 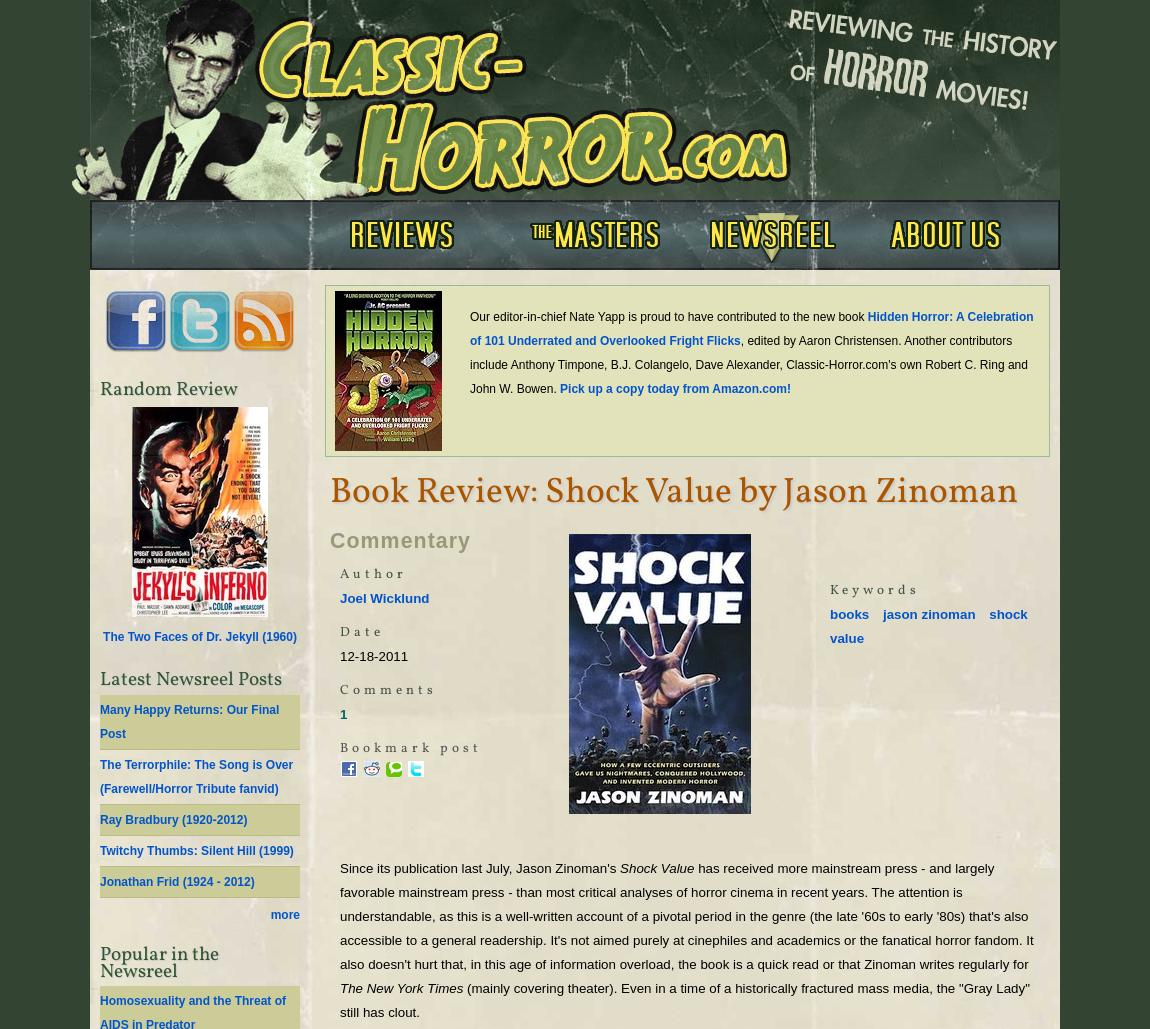 What do you see at coordinates (928, 626) in the screenshot?
I see `'shock value'` at bounding box center [928, 626].